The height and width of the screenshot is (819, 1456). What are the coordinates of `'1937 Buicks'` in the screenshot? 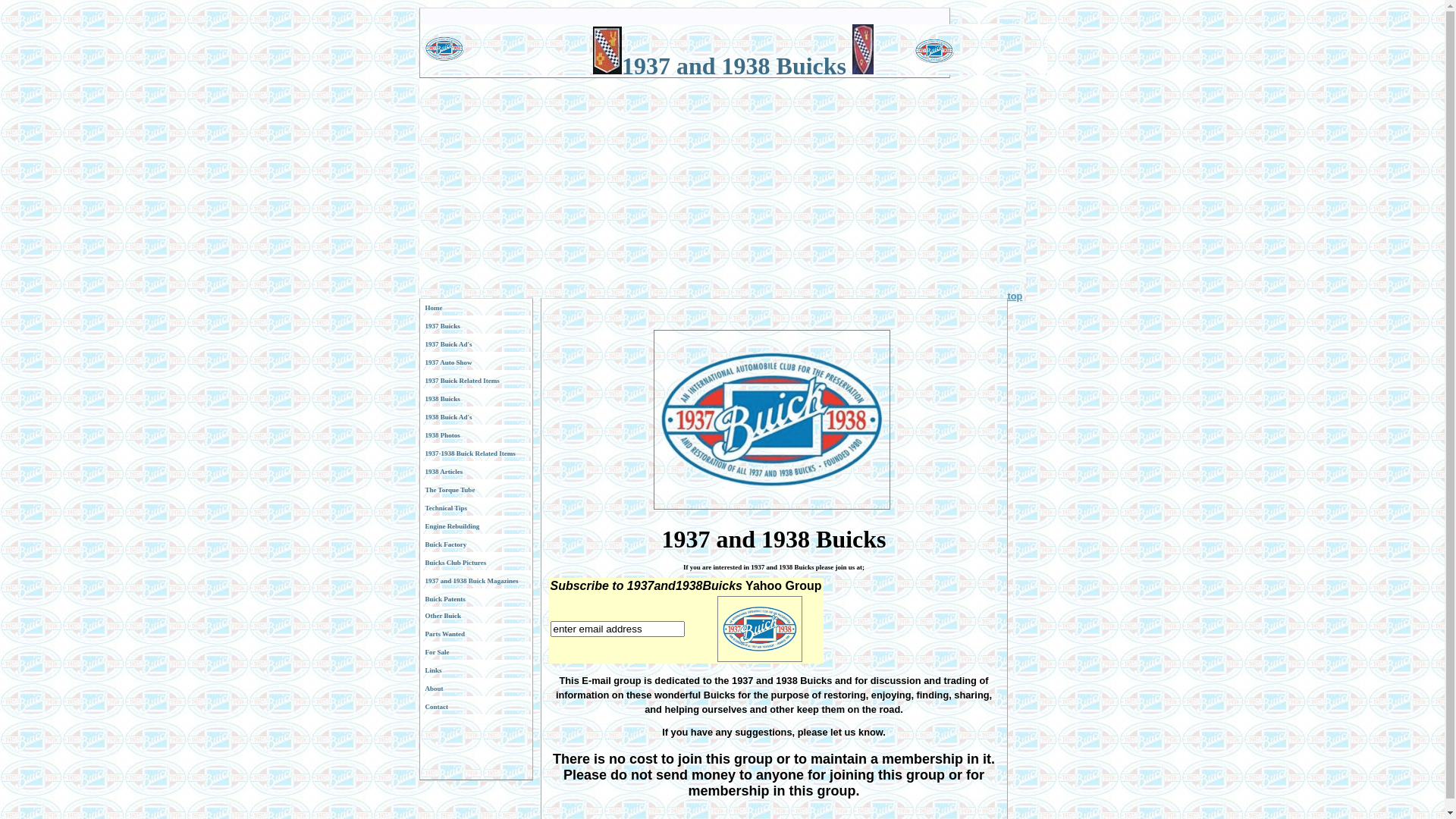 It's located at (419, 325).